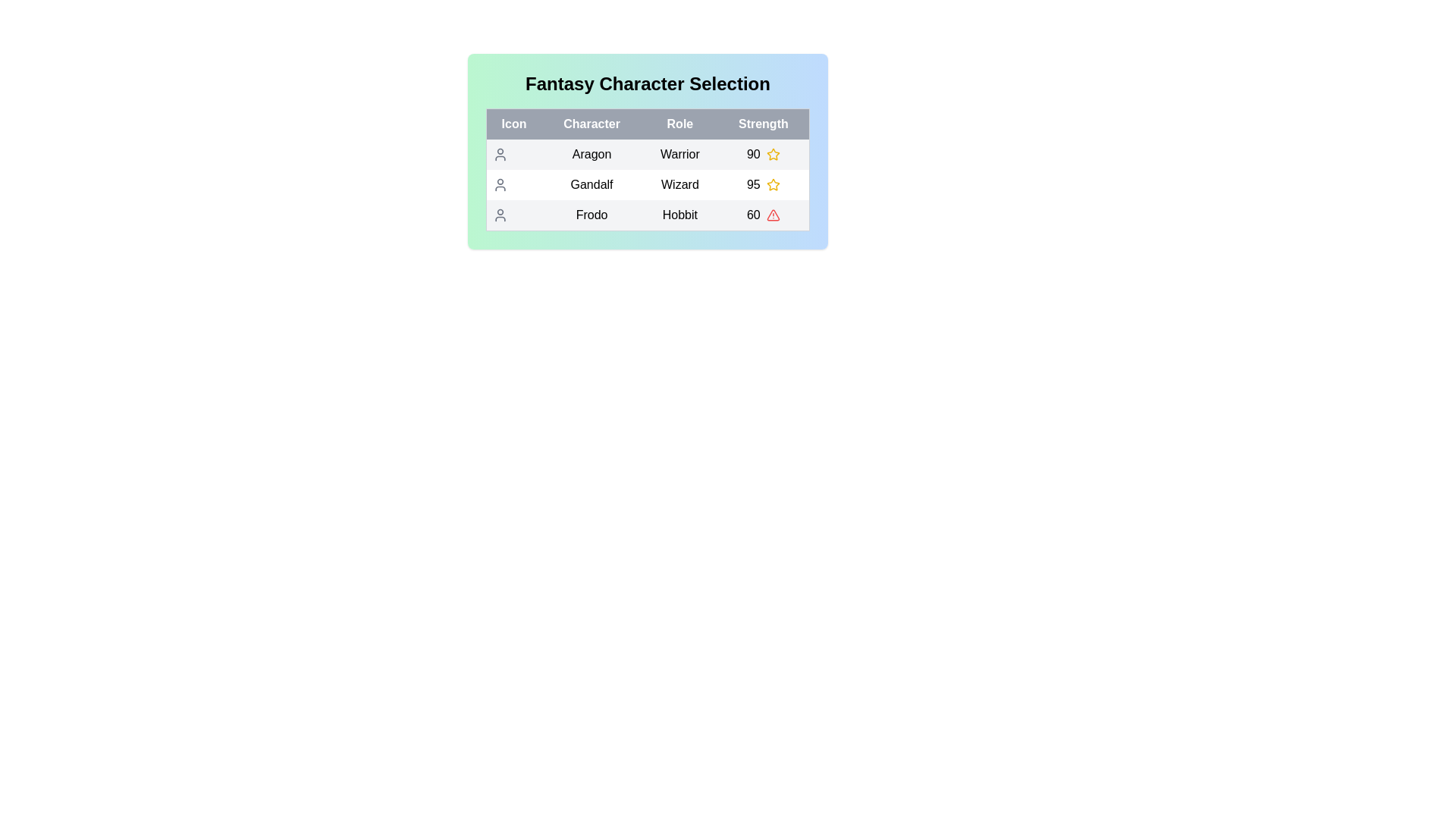 The image size is (1456, 819). What do you see at coordinates (648, 215) in the screenshot?
I see `the row corresponding to Frodo to reveal additional details` at bounding box center [648, 215].